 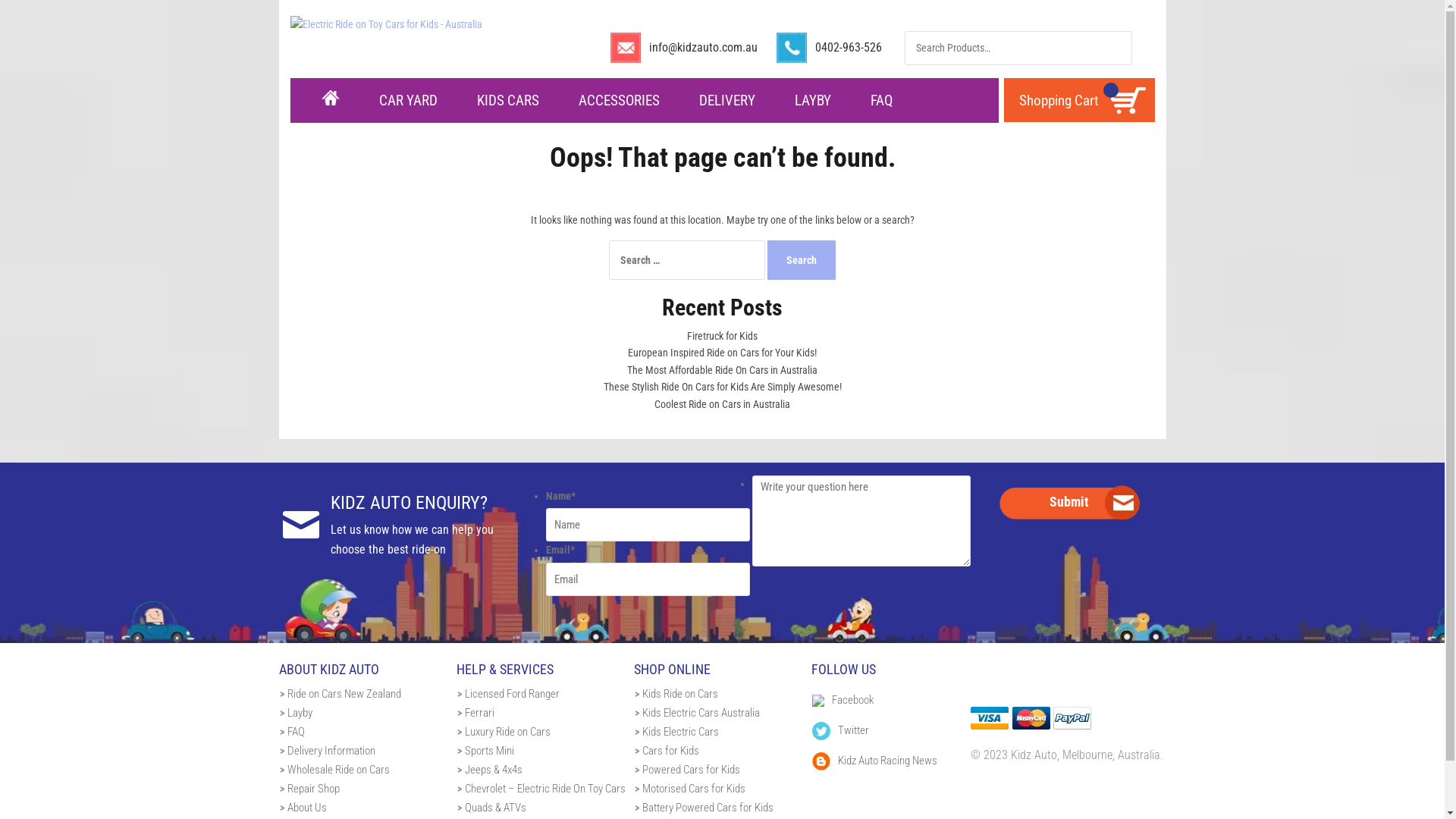 What do you see at coordinates (641, 806) in the screenshot?
I see `'Battery Powered Cars for Kids'` at bounding box center [641, 806].